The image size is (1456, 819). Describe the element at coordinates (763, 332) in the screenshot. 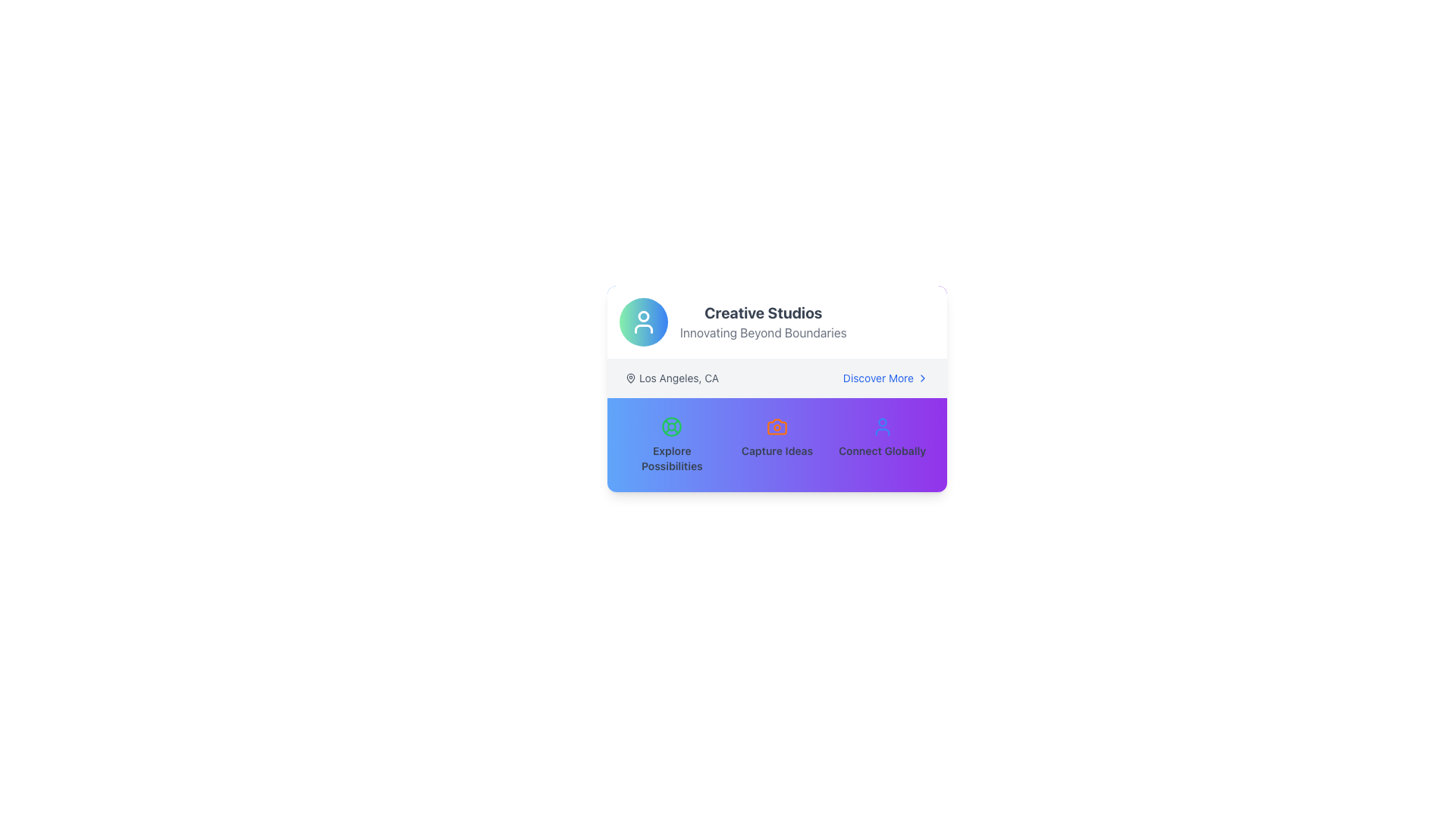

I see `the static text element displaying 'Innovating Beyond Boundaries', which is styled in lighter gray and positioned below the title 'Creative Studios'` at that location.